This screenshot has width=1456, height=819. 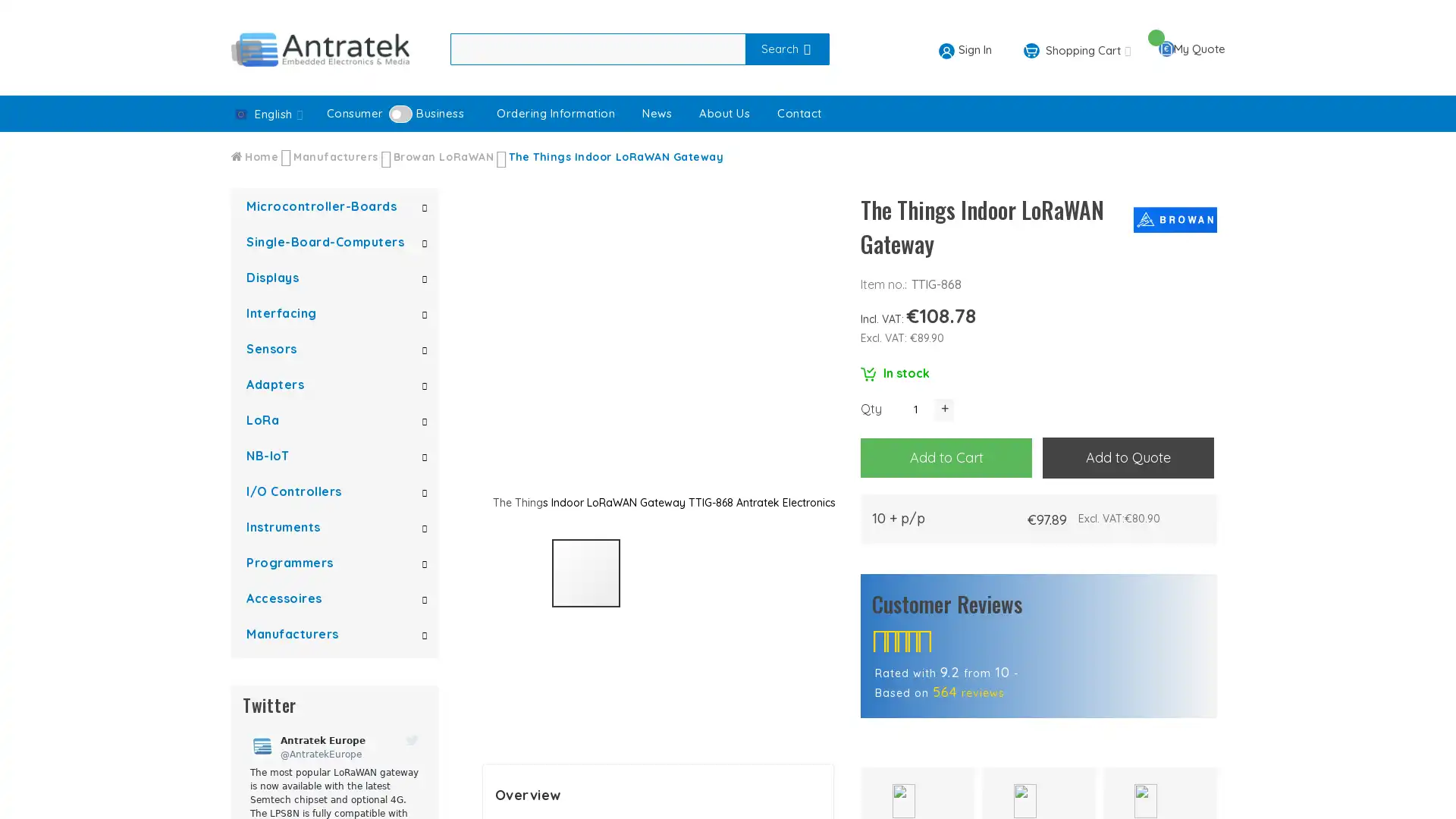 What do you see at coordinates (786, 48) in the screenshot?
I see `Search` at bounding box center [786, 48].